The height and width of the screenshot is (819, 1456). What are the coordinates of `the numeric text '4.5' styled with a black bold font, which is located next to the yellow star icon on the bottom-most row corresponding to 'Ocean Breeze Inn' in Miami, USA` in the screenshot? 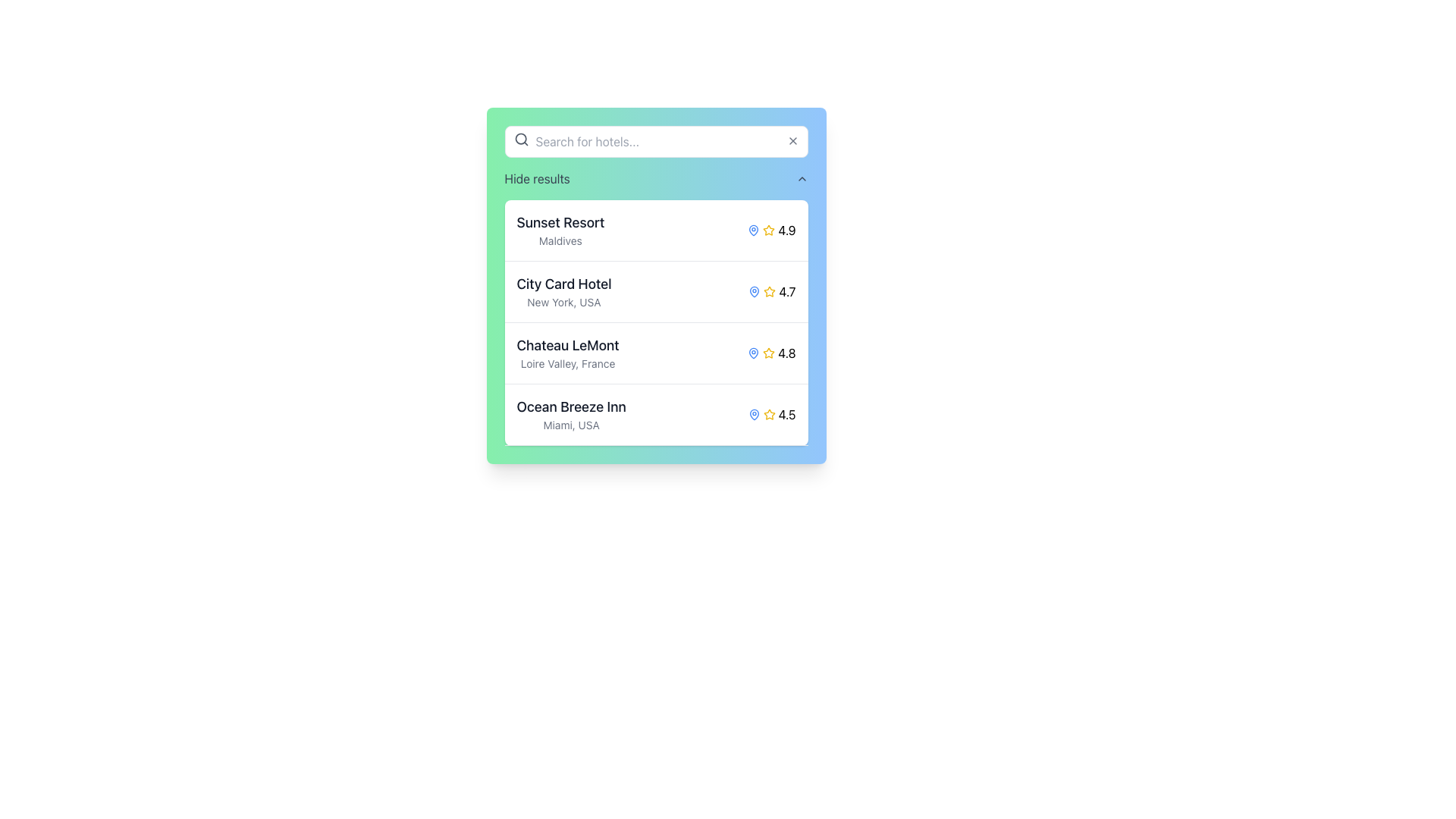 It's located at (786, 415).